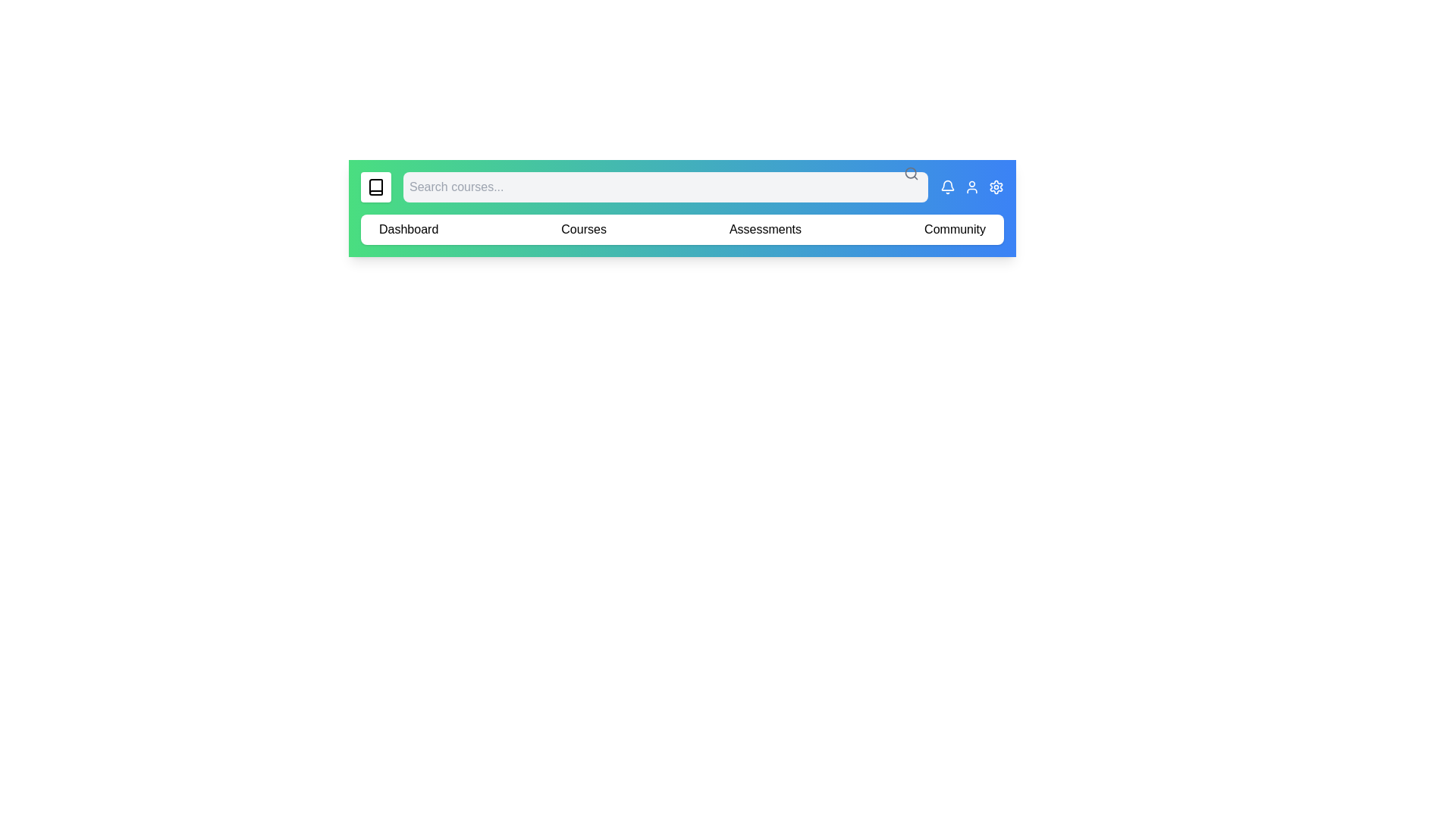 This screenshot has width=1456, height=819. Describe the element at coordinates (375, 186) in the screenshot. I see `the element labeled 'Book Icon' to reveal its hover effect` at that location.